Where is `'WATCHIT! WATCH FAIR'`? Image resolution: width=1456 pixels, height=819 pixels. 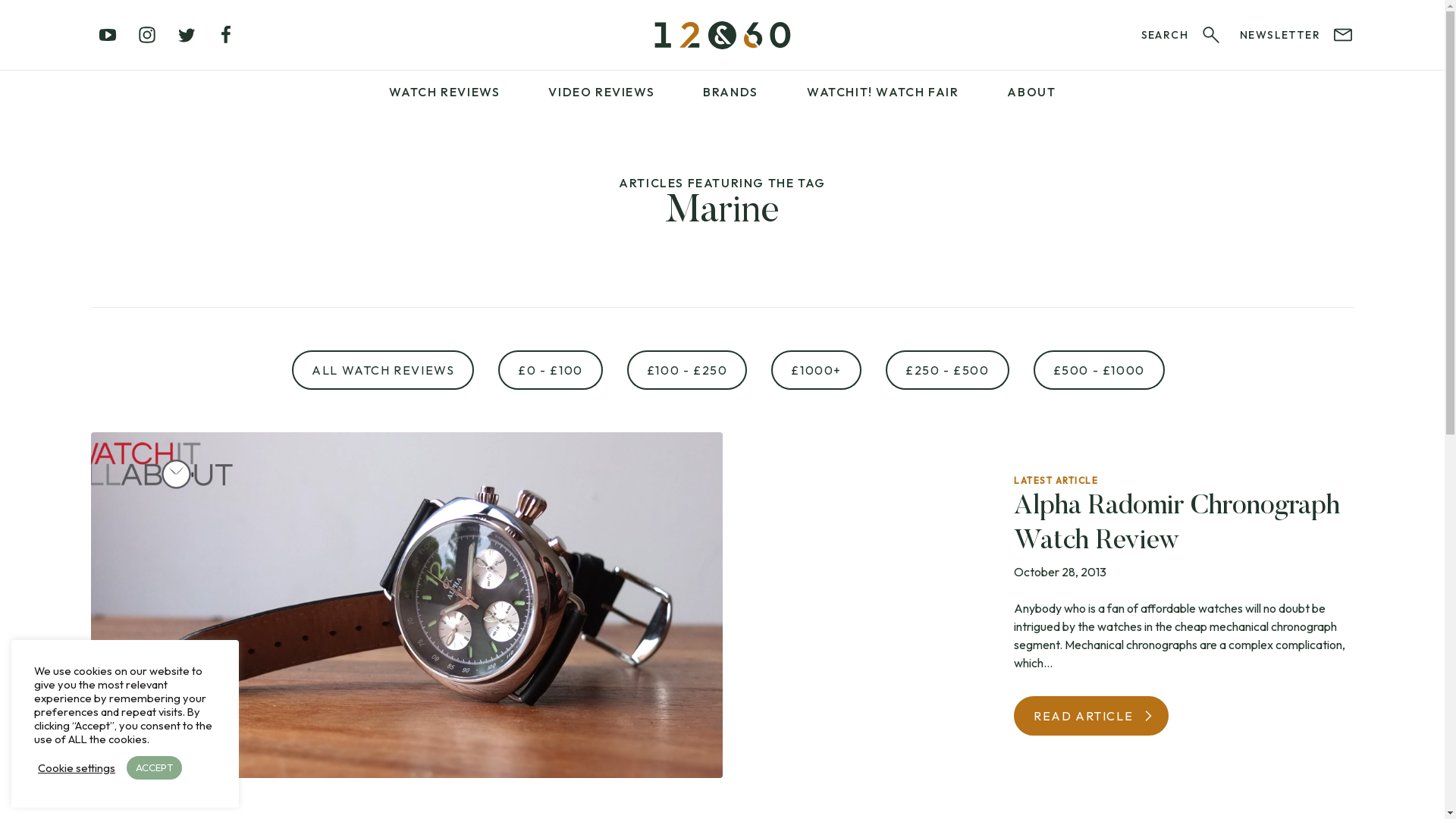
'WATCHIT! WATCH FAIR' is located at coordinates (882, 91).